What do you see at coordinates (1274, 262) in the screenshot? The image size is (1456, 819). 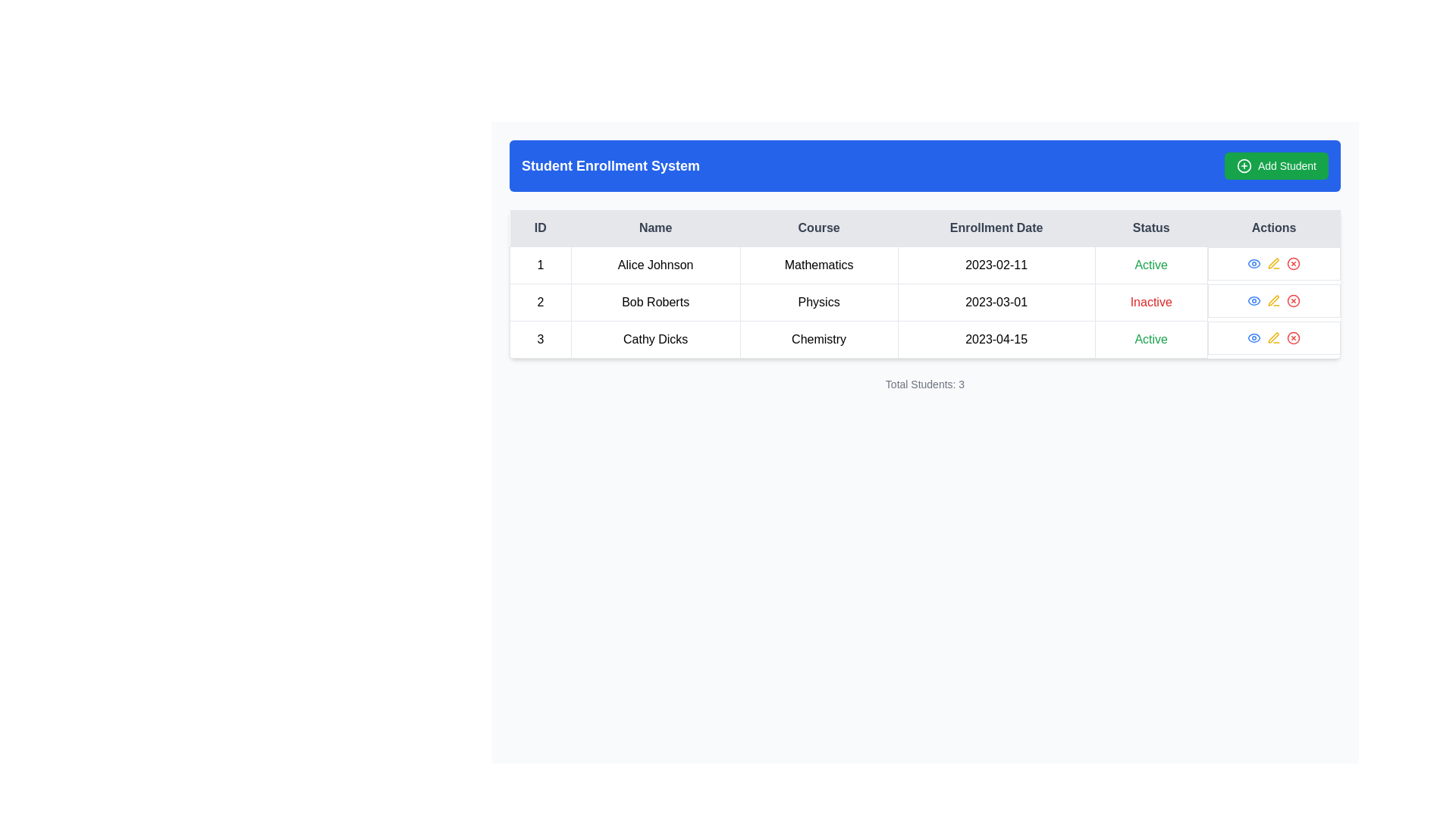 I see `the interactive icons in the actions column for 'Alice Johnson'` at bounding box center [1274, 262].